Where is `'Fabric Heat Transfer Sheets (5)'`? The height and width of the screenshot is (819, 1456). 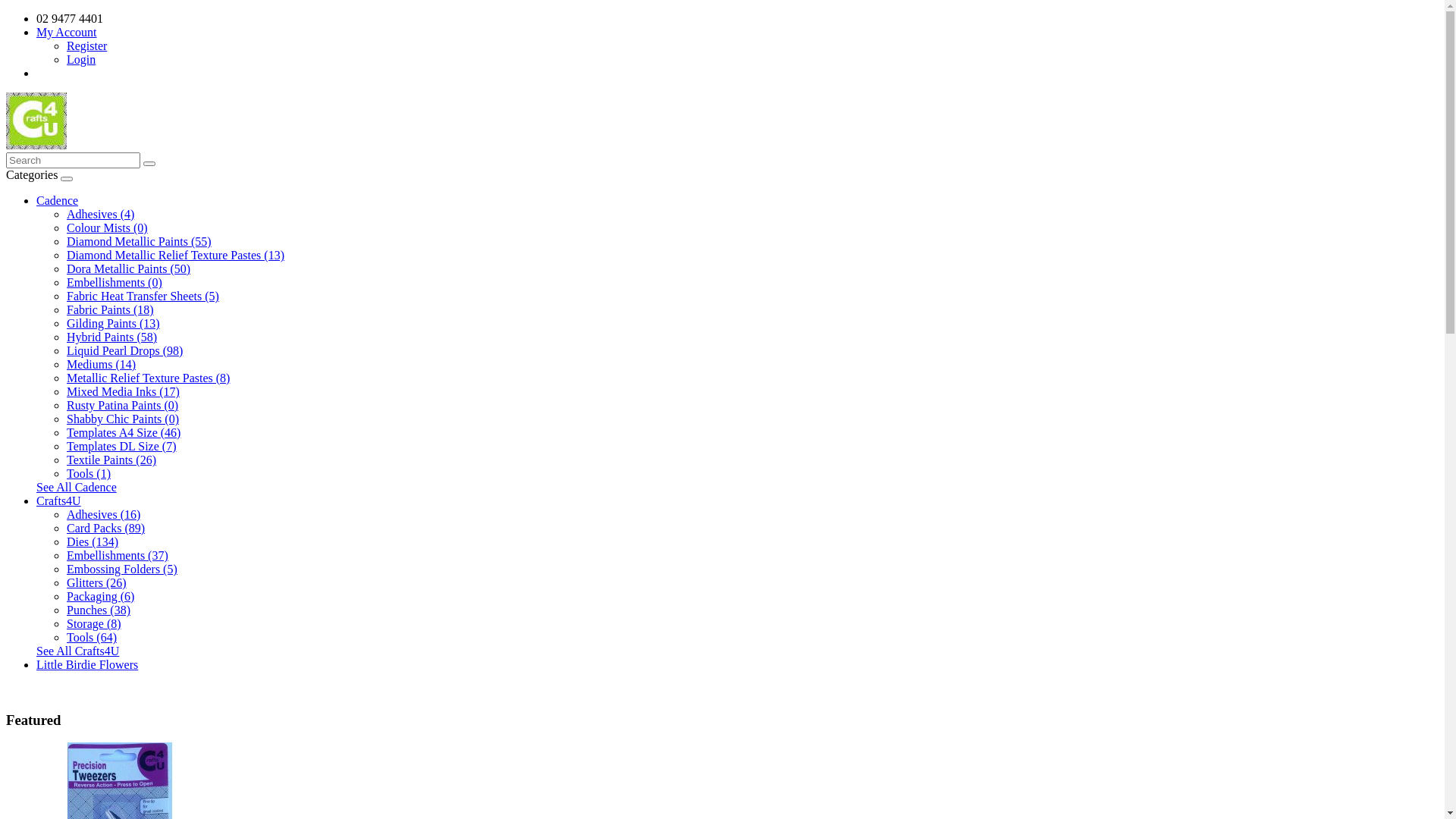 'Fabric Heat Transfer Sheets (5)' is located at coordinates (143, 296).